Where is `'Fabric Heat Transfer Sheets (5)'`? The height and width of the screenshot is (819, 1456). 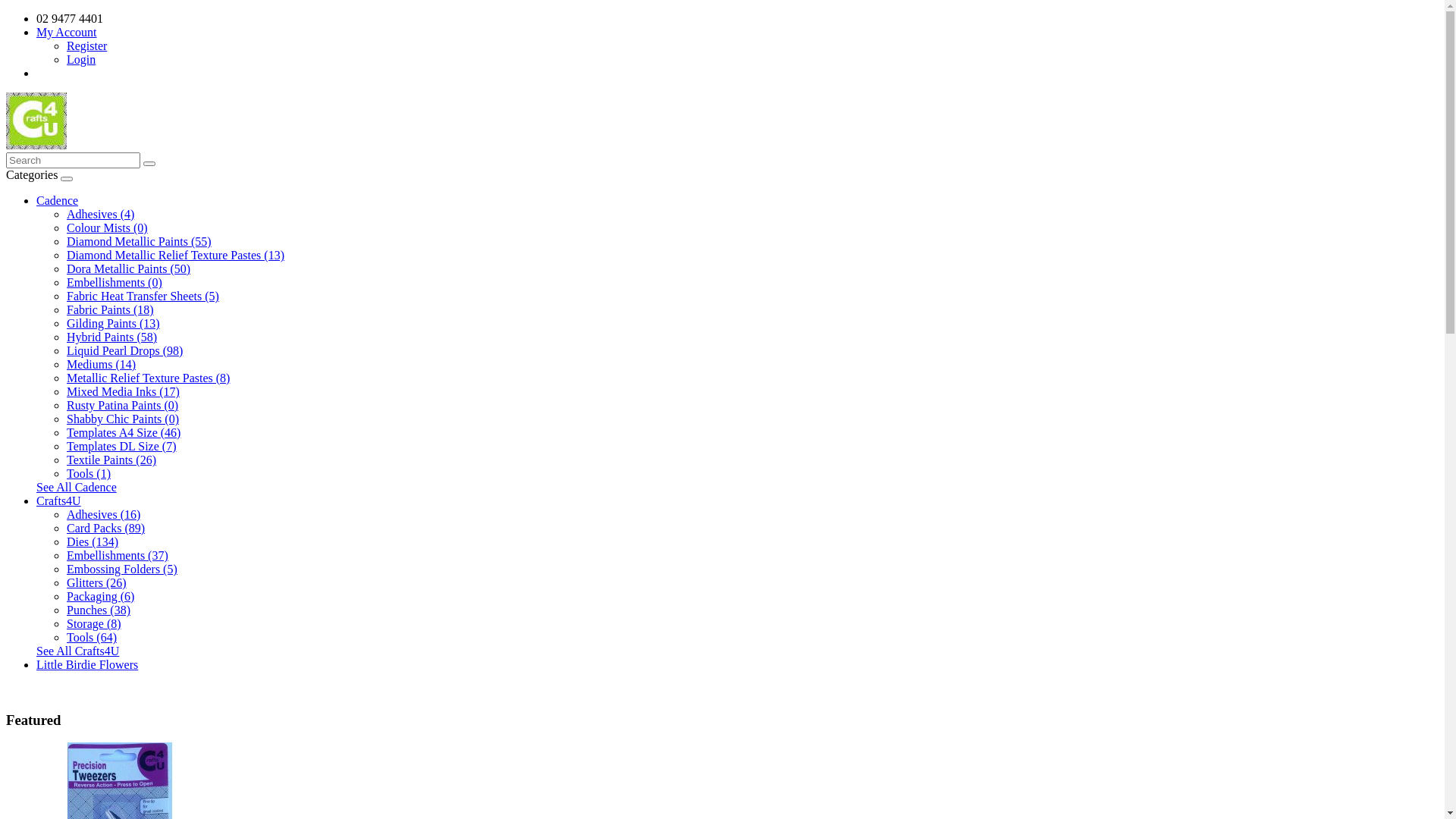 'Fabric Heat Transfer Sheets (5)' is located at coordinates (143, 296).